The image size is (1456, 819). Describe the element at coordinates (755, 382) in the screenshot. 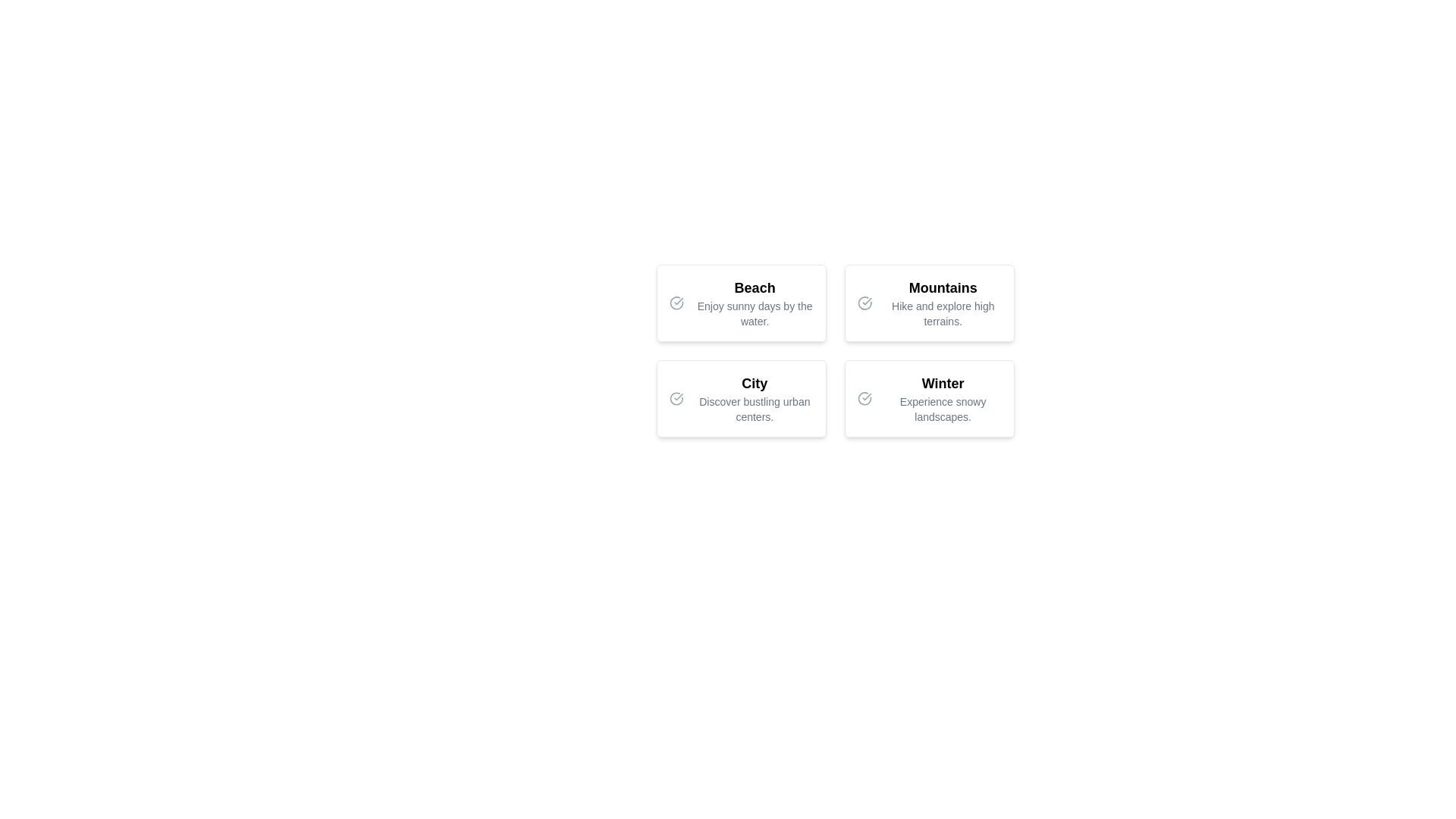

I see `the 'City' text label, which is styled in bold and located at the top of a box in the second row and first column of a 2x2 grid layout` at that location.